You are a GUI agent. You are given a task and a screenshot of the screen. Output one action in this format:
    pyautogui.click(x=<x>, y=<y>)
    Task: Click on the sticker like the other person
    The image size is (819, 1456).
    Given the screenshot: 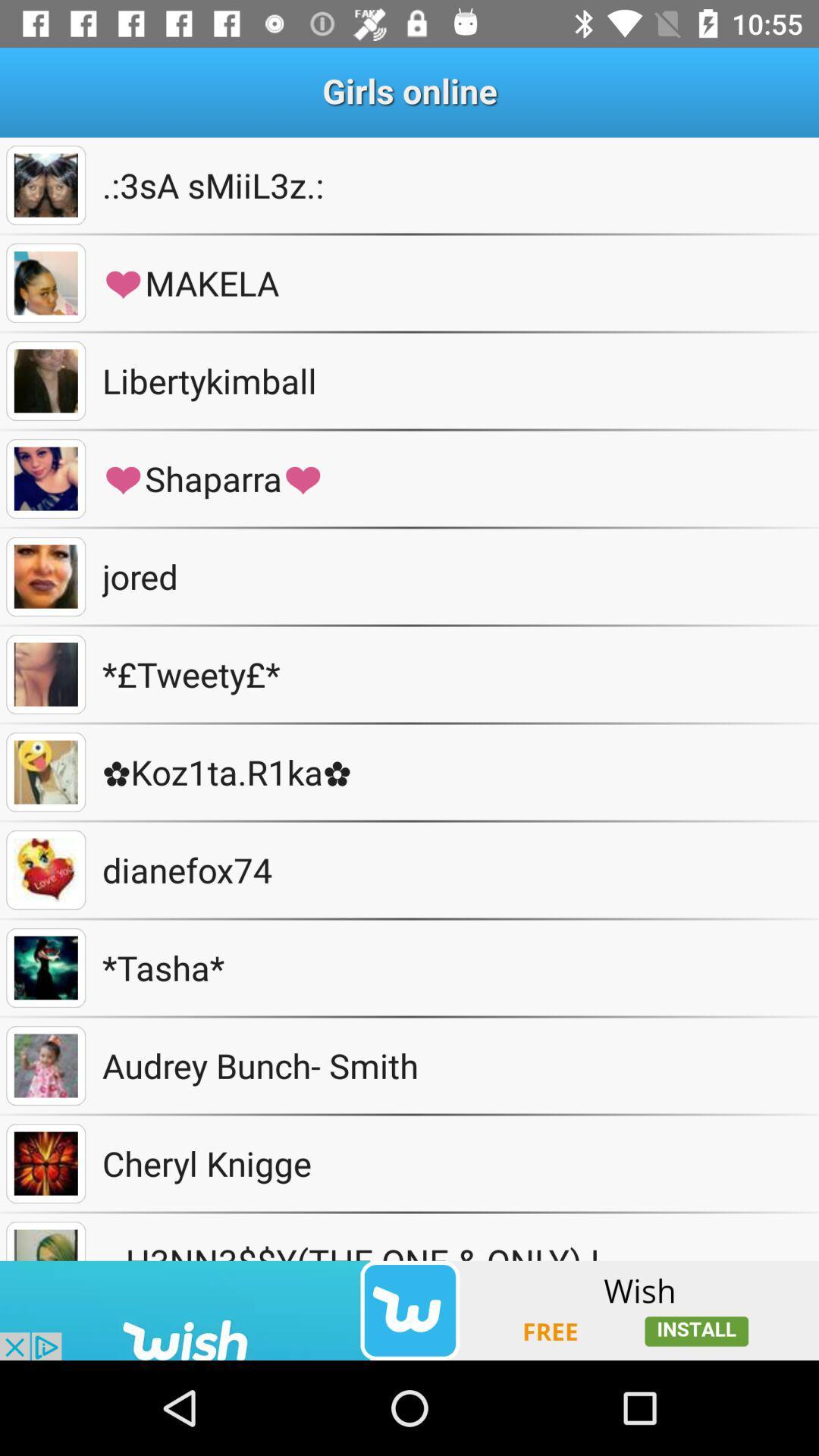 What is the action you would take?
    pyautogui.click(x=45, y=870)
    